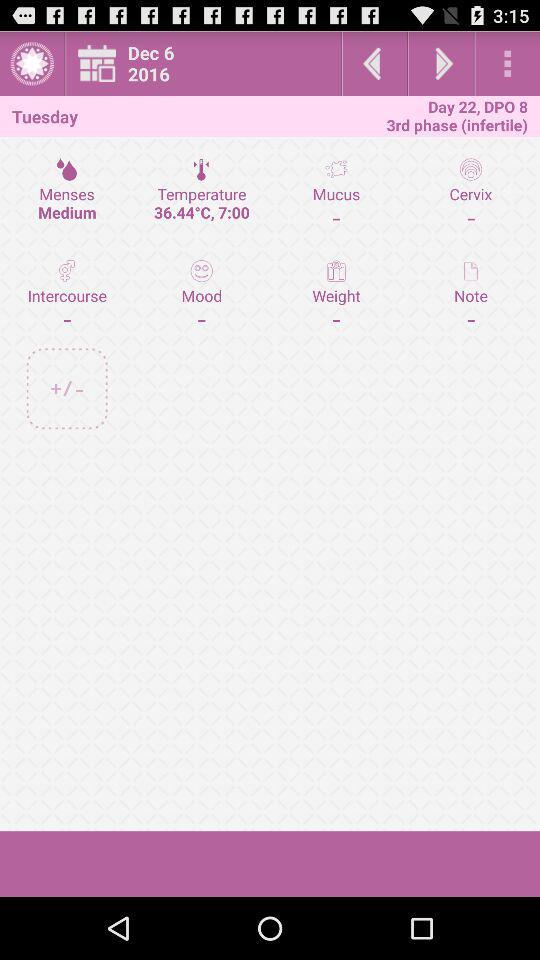  I want to click on icon to the right of menses, so click(201, 193).